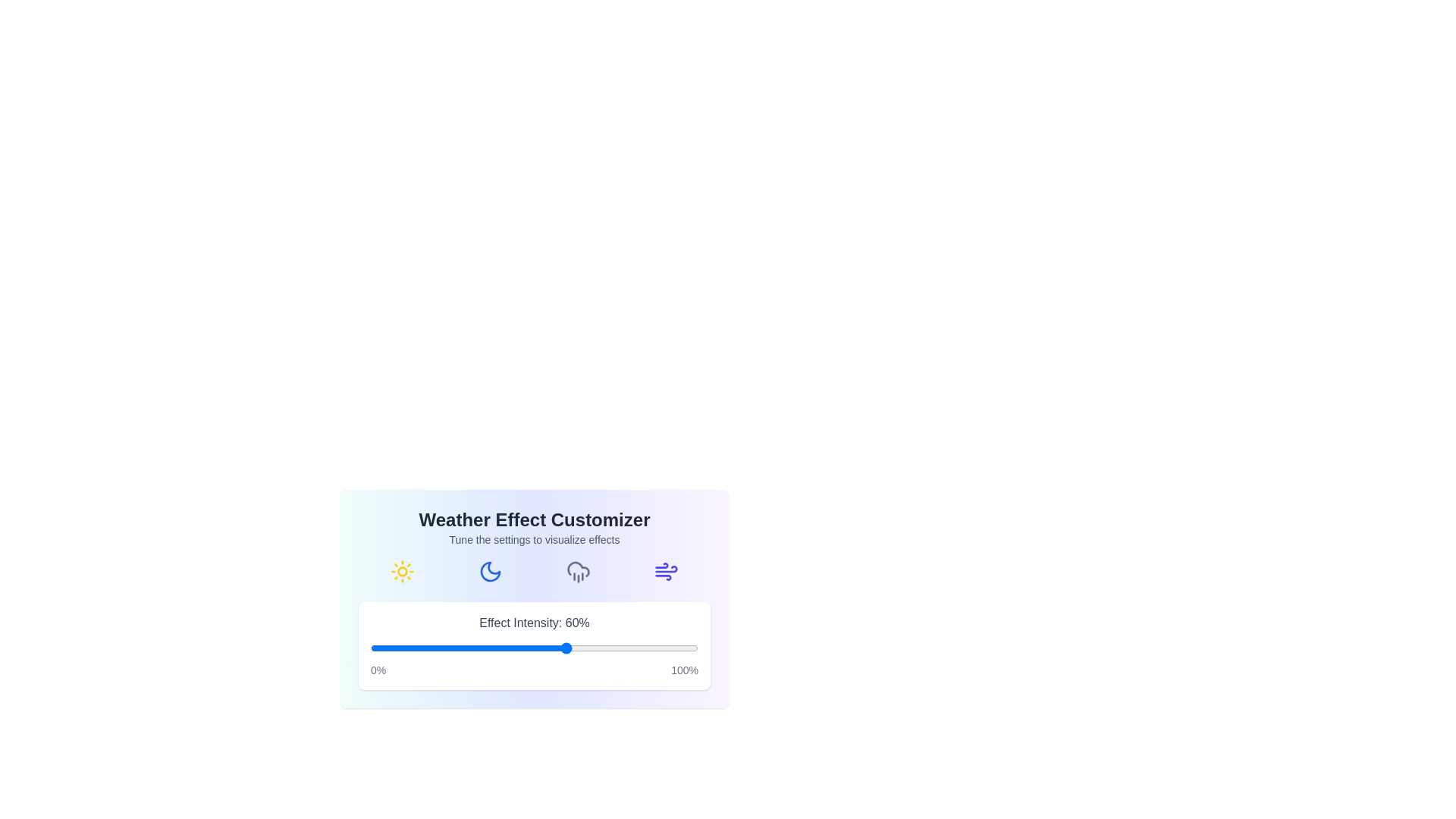 This screenshot has height=819, width=1456. I want to click on the effect intensity, so click(616, 648).